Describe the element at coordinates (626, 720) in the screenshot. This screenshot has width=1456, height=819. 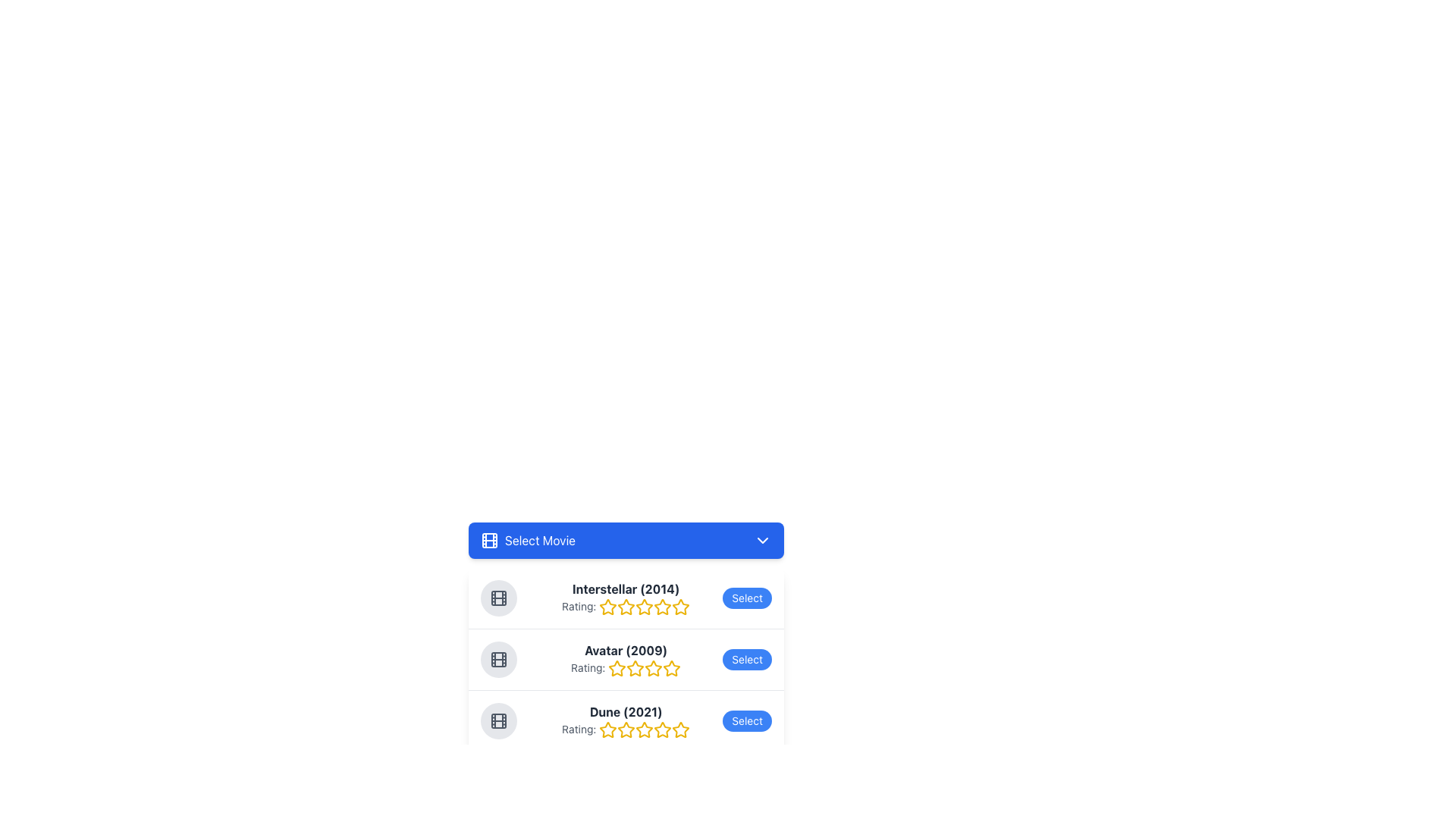
I see `movie title and rating displayed for 'Dune (2021)' in the Rating Display with Title element, which is the third item under the 'Select Movie' dropdown` at that location.